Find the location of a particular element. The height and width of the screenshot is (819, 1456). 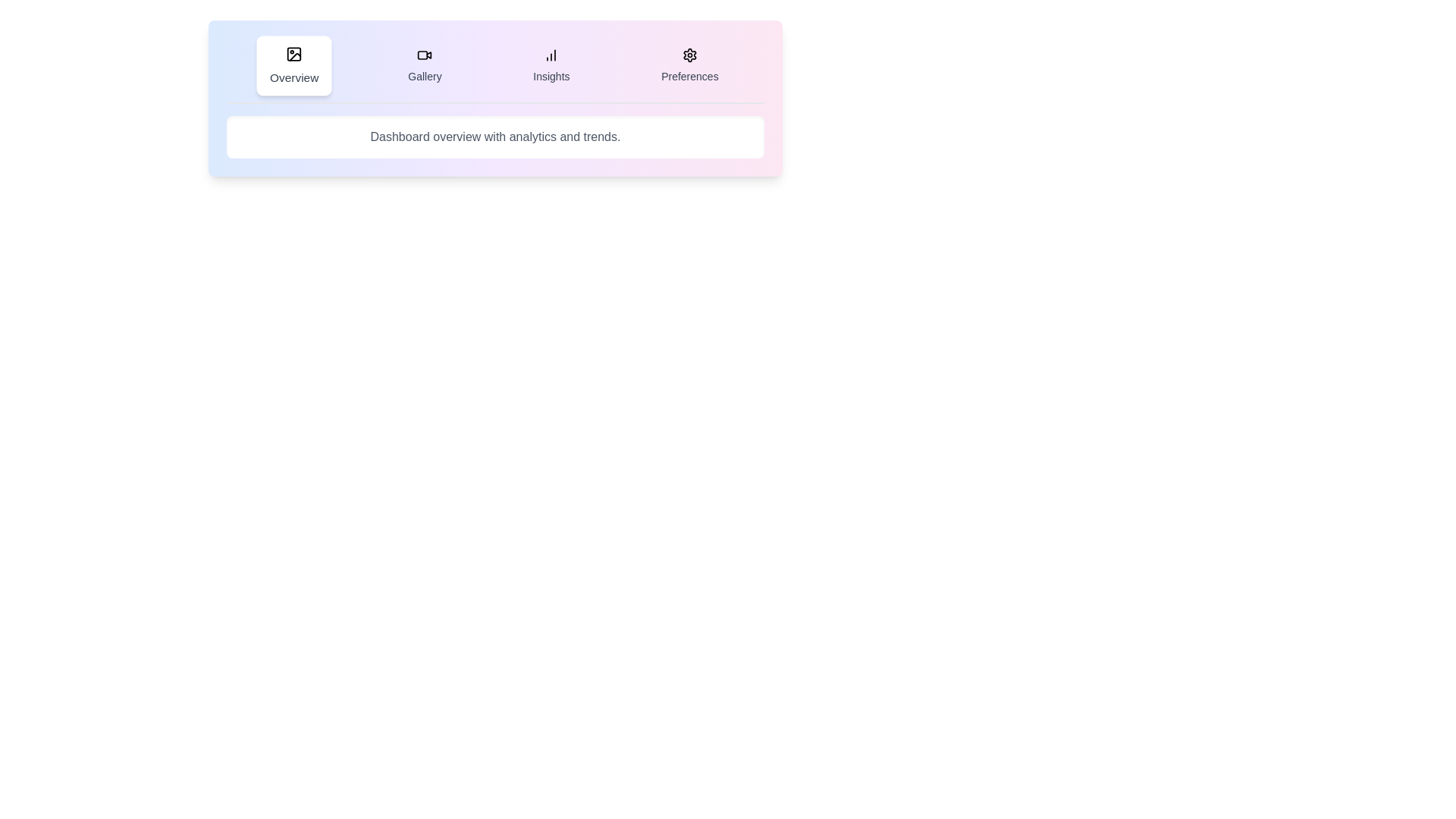

the Overview tab is located at coordinates (294, 65).